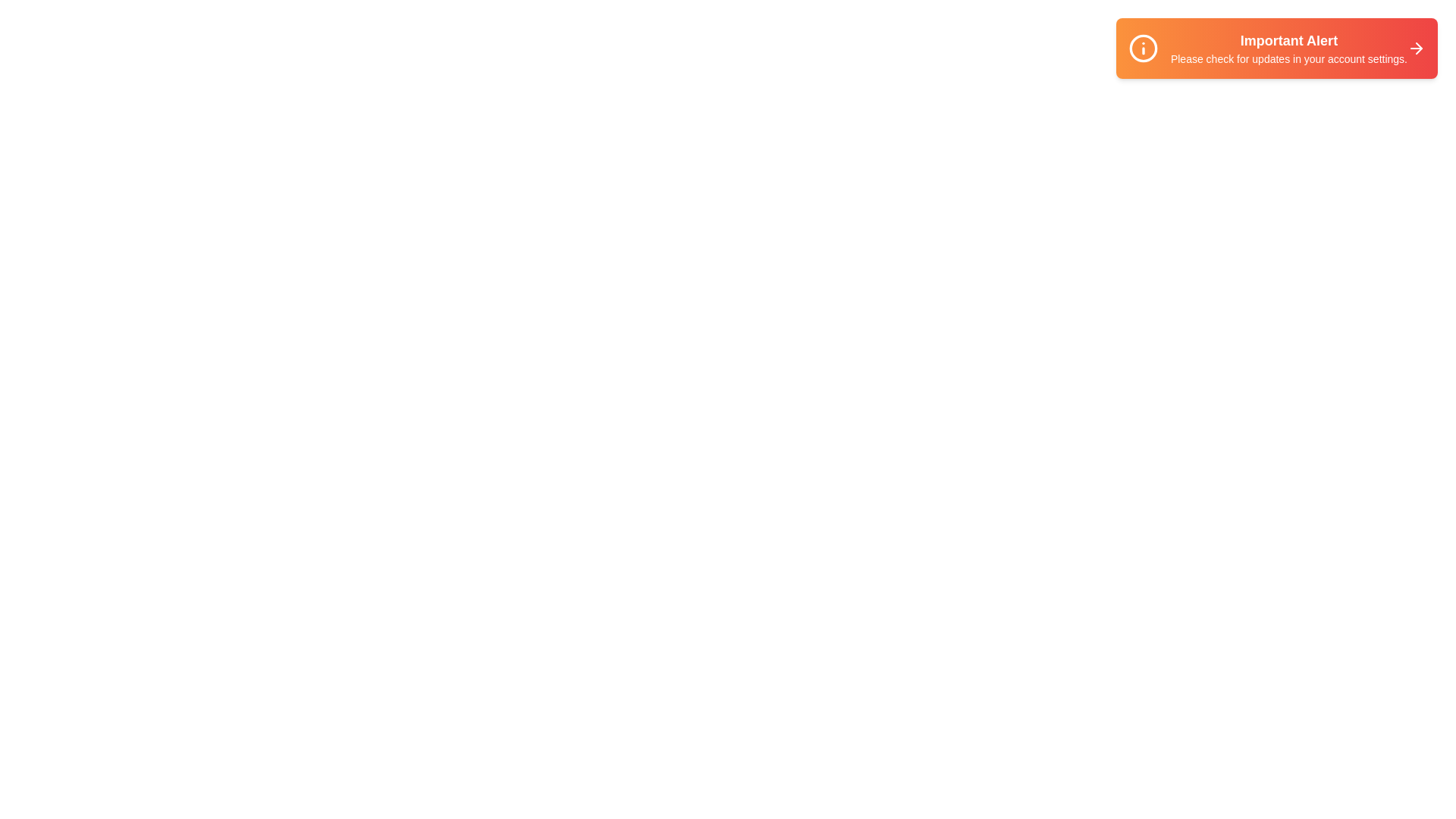  Describe the element at coordinates (1415, 48) in the screenshot. I see `the dismiss button (arrow icon) to hide the snackbar` at that location.